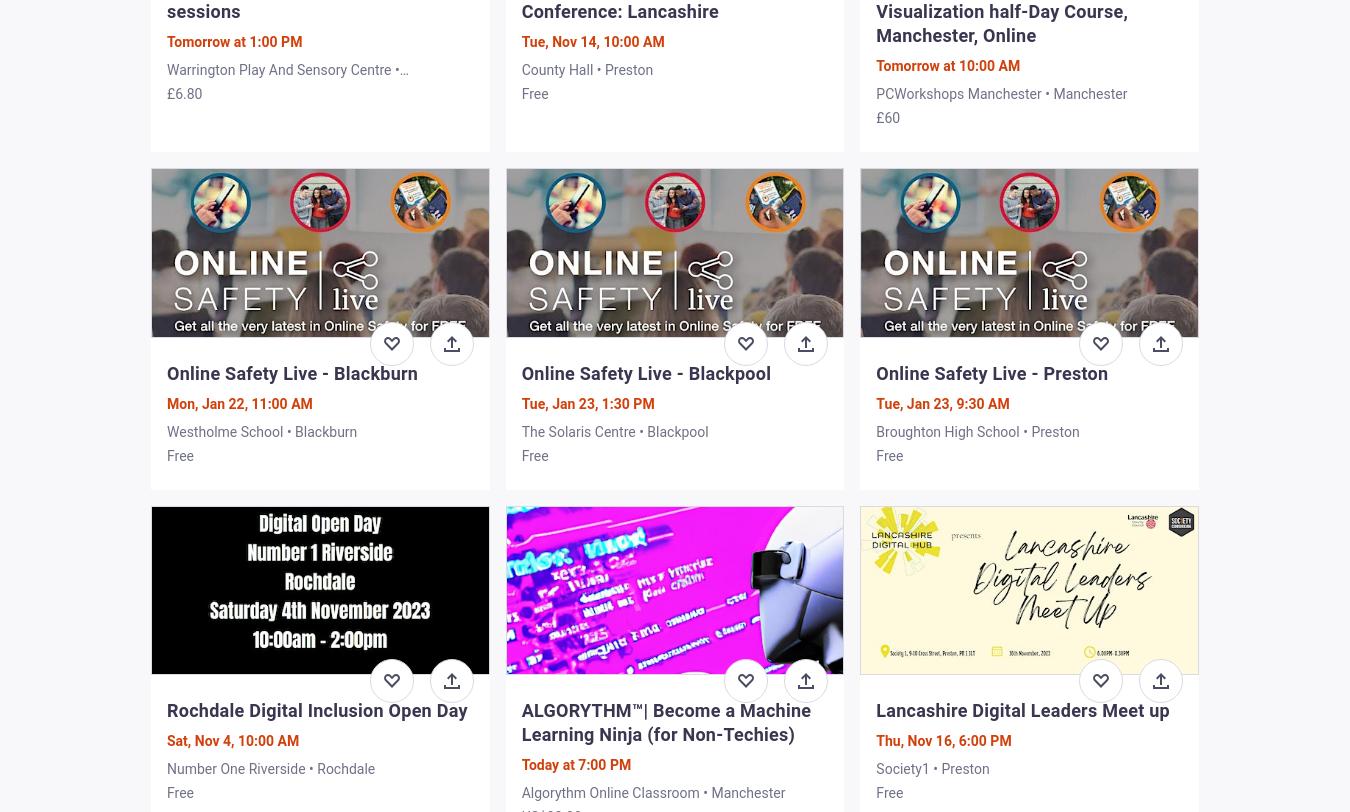 The height and width of the screenshot is (812, 1350). What do you see at coordinates (587, 402) in the screenshot?
I see `'Tue, Jan 23, 1:30 PM'` at bounding box center [587, 402].